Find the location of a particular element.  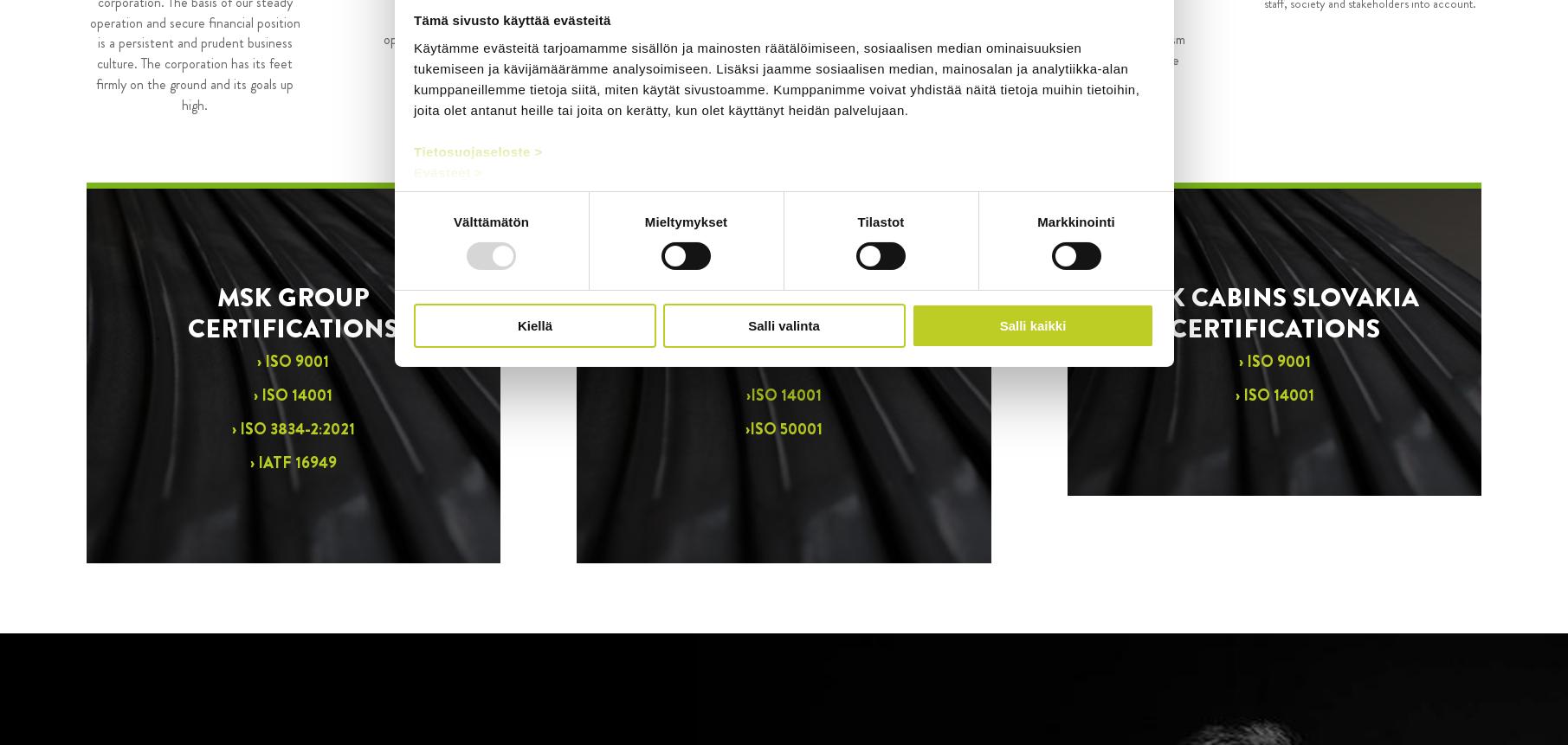

'Käytämme evästeitä tarjoamamme sisällön ja mainosten räätälöimiseen, sosiaalisen median ominaisuuksien tukemiseen ja kävijämäärämme analysoimiseen. Lisäksi jaamme sosiaalisen median, mainosalan ja analytiikka-alan kumppaneillemme tietoja siitä, miten käytät sivustoamme. Kumppanimme voivat yhdistää näitä tietoja muihin tietoihin, joita olet antanut heille tai joita on kerätty, kun olet käyttänyt heidän palvelujaan.' is located at coordinates (776, 77).